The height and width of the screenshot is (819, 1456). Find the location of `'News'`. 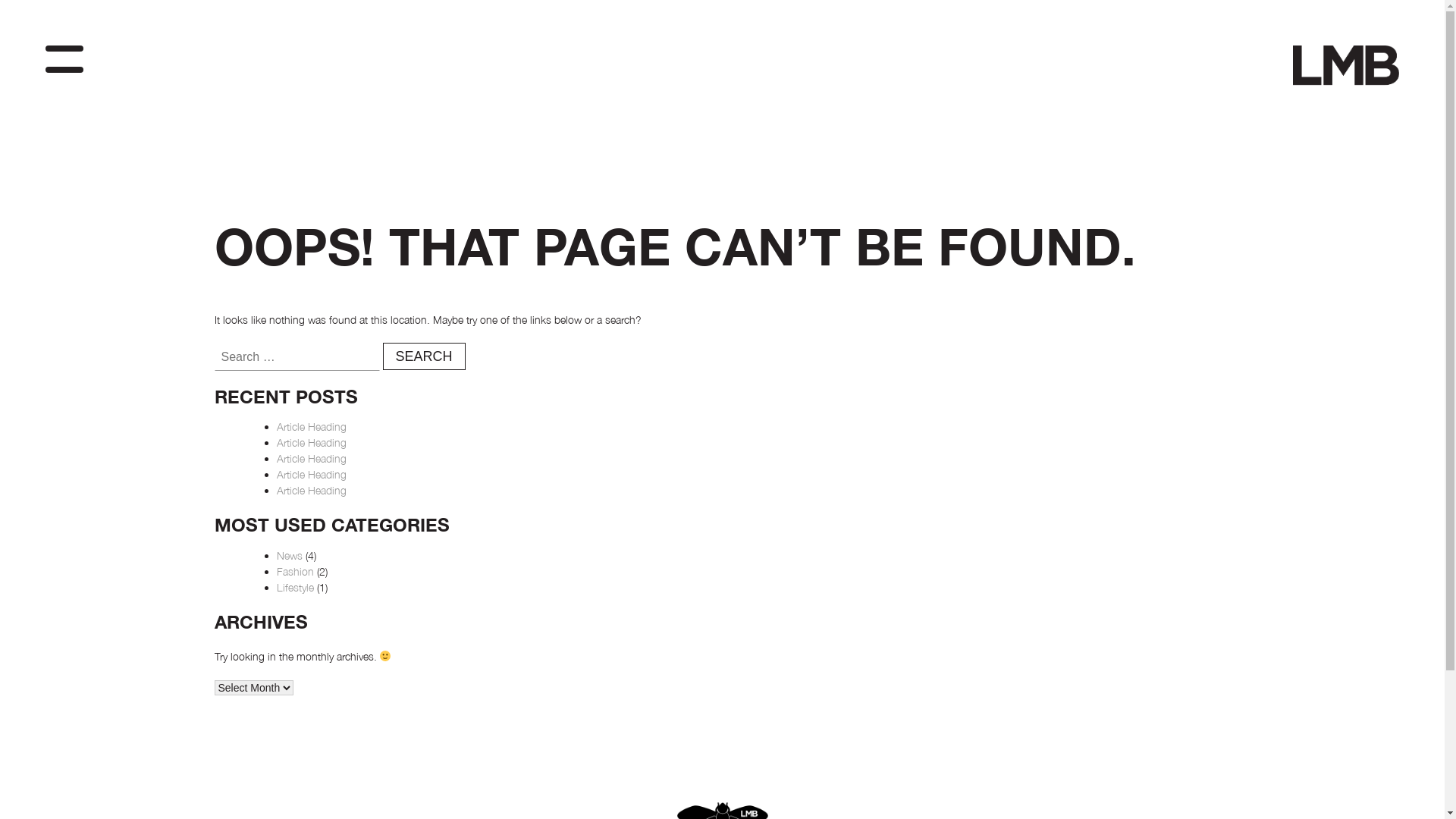

'News' is located at coordinates (288, 555).